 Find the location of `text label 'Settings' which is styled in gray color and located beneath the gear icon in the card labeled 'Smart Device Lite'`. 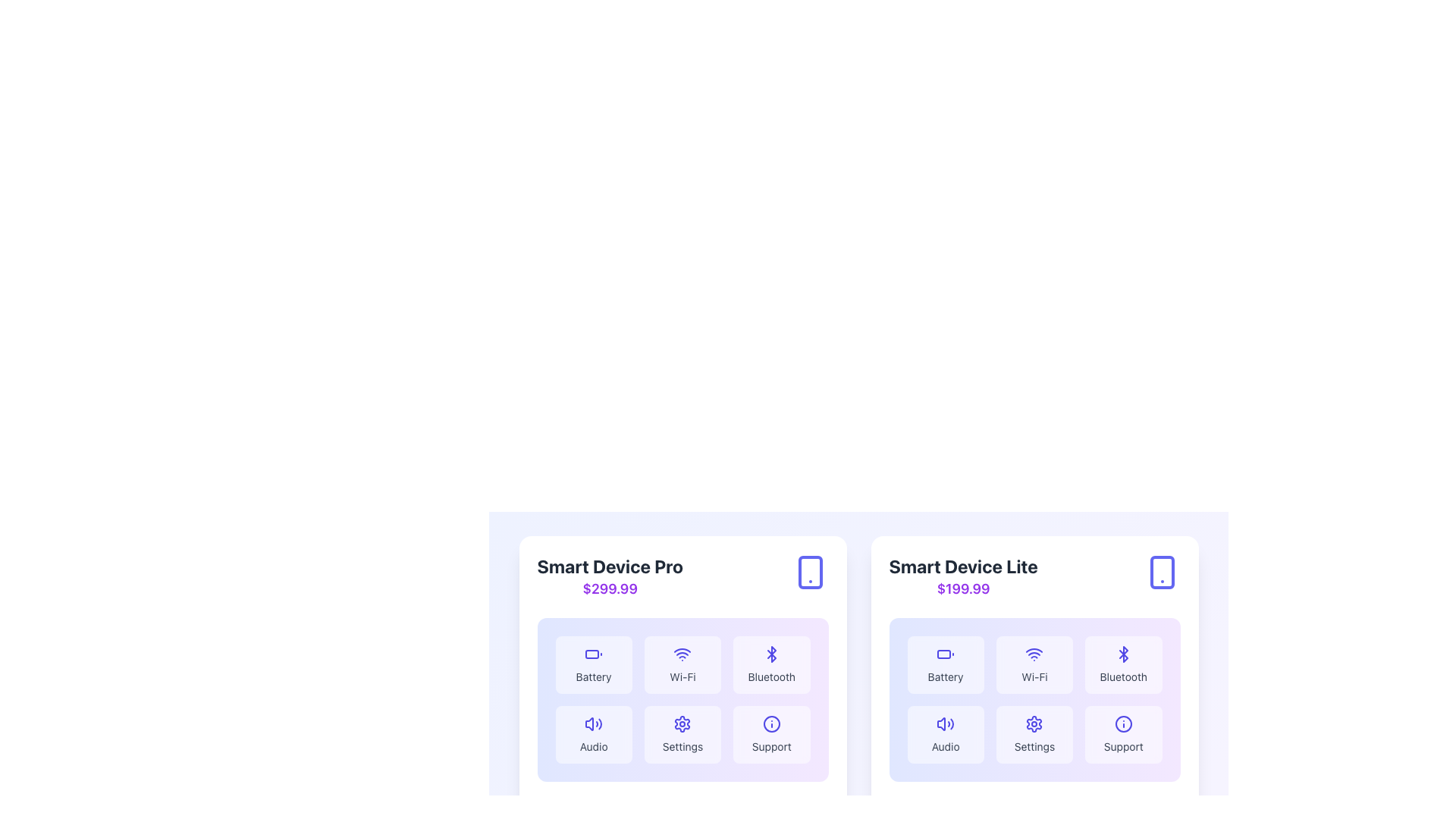

text label 'Settings' which is styled in gray color and located beneath the gear icon in the card labeled 'Smart Device Lite' is located at coordinates (1034, 745).